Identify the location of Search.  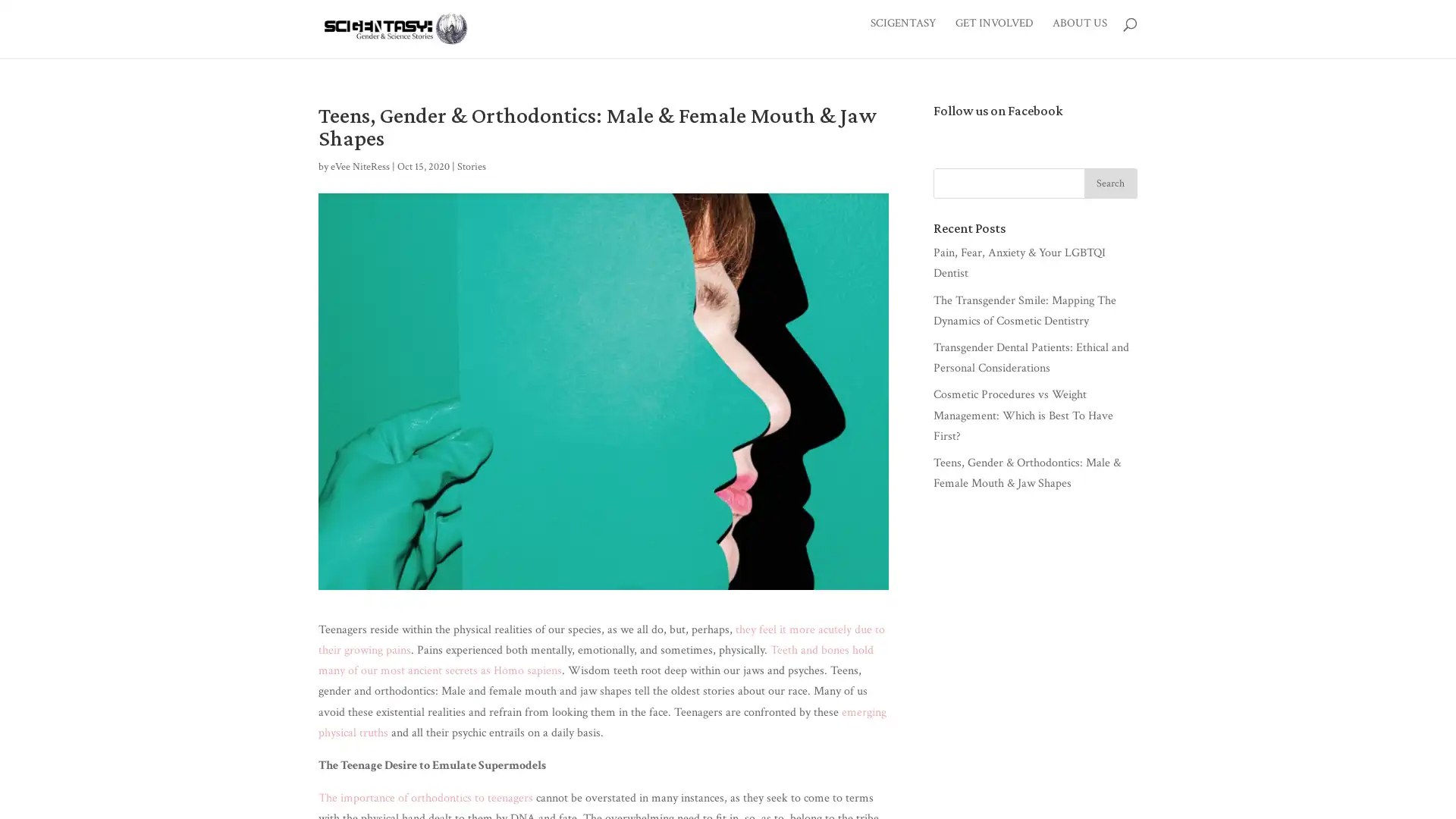
(1110, 180).